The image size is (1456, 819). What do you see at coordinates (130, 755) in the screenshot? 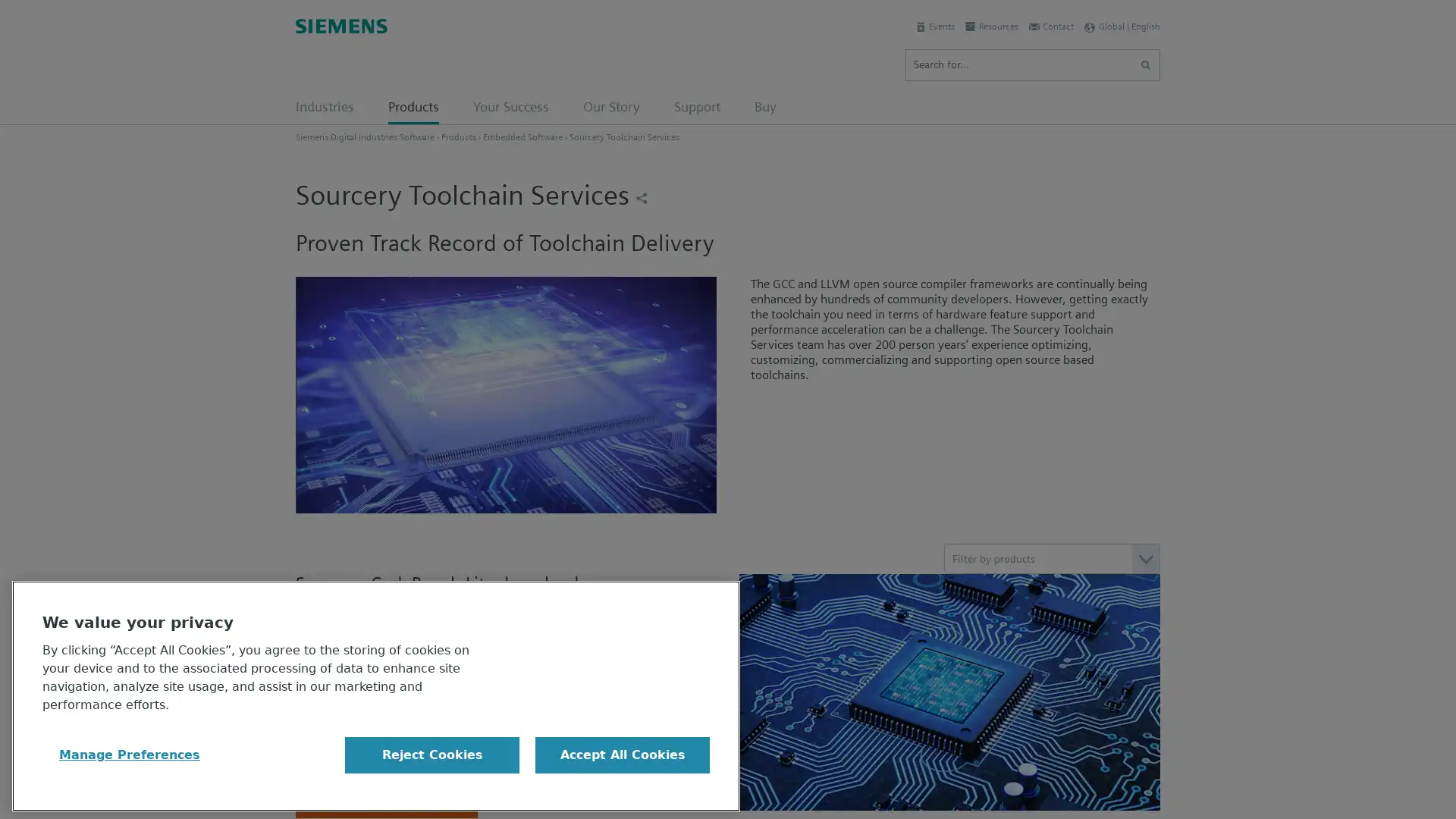
I see `Manage Preferences` at bounding box center [130, 755].